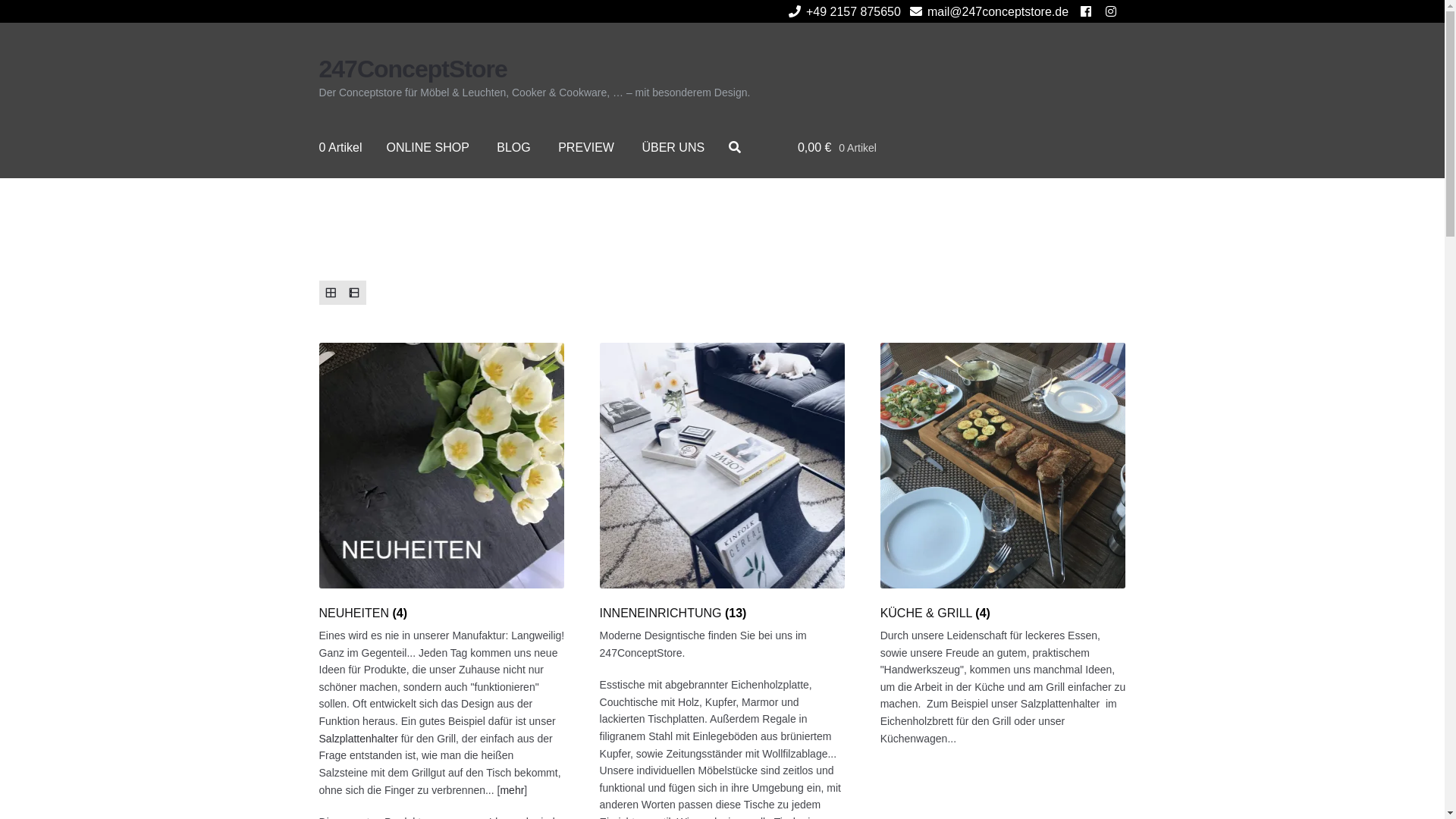  What do you see at coordinates (318, 53) in the screenshot?
I see `'Zur Navigation springen'` at bounding box center [318, 53].